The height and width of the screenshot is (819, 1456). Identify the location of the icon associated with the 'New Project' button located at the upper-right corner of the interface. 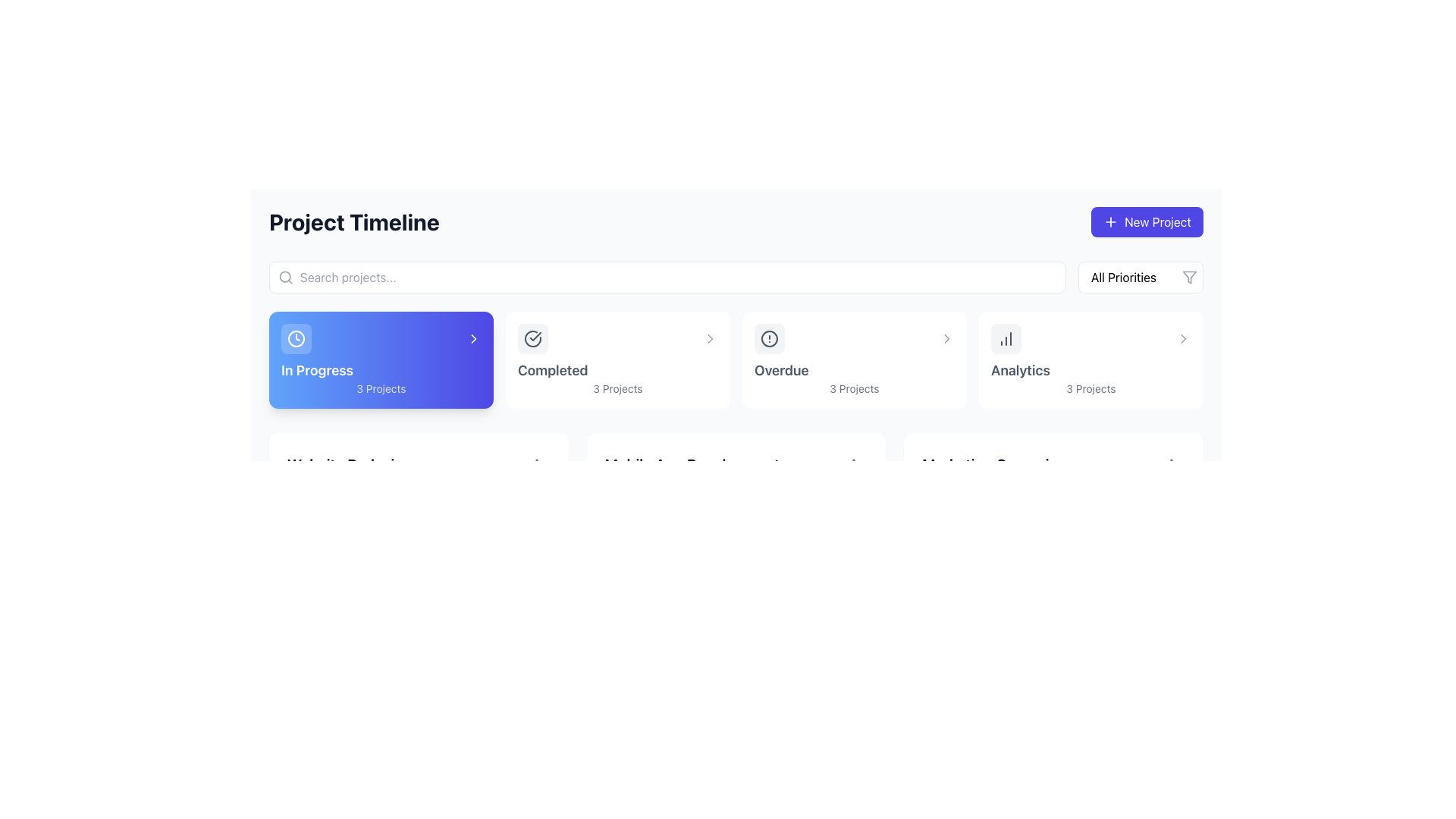
(1110, 222).